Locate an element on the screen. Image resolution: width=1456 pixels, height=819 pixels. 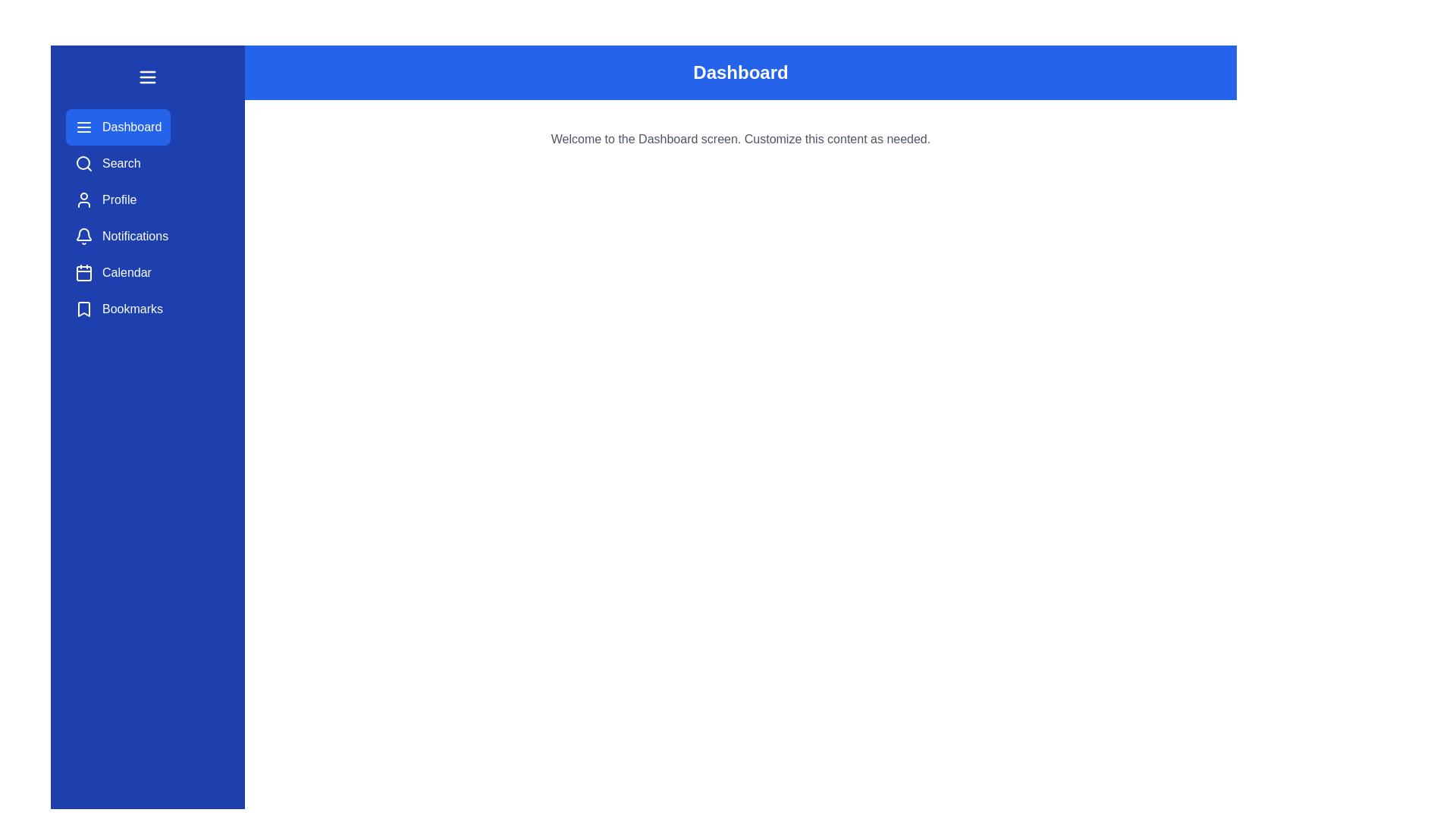
the bell-shaped notification icon located in the sidebar menu, which has a blue background and is positioned to the left of the 'Notifications' text label is located at coordinates (83, 237).